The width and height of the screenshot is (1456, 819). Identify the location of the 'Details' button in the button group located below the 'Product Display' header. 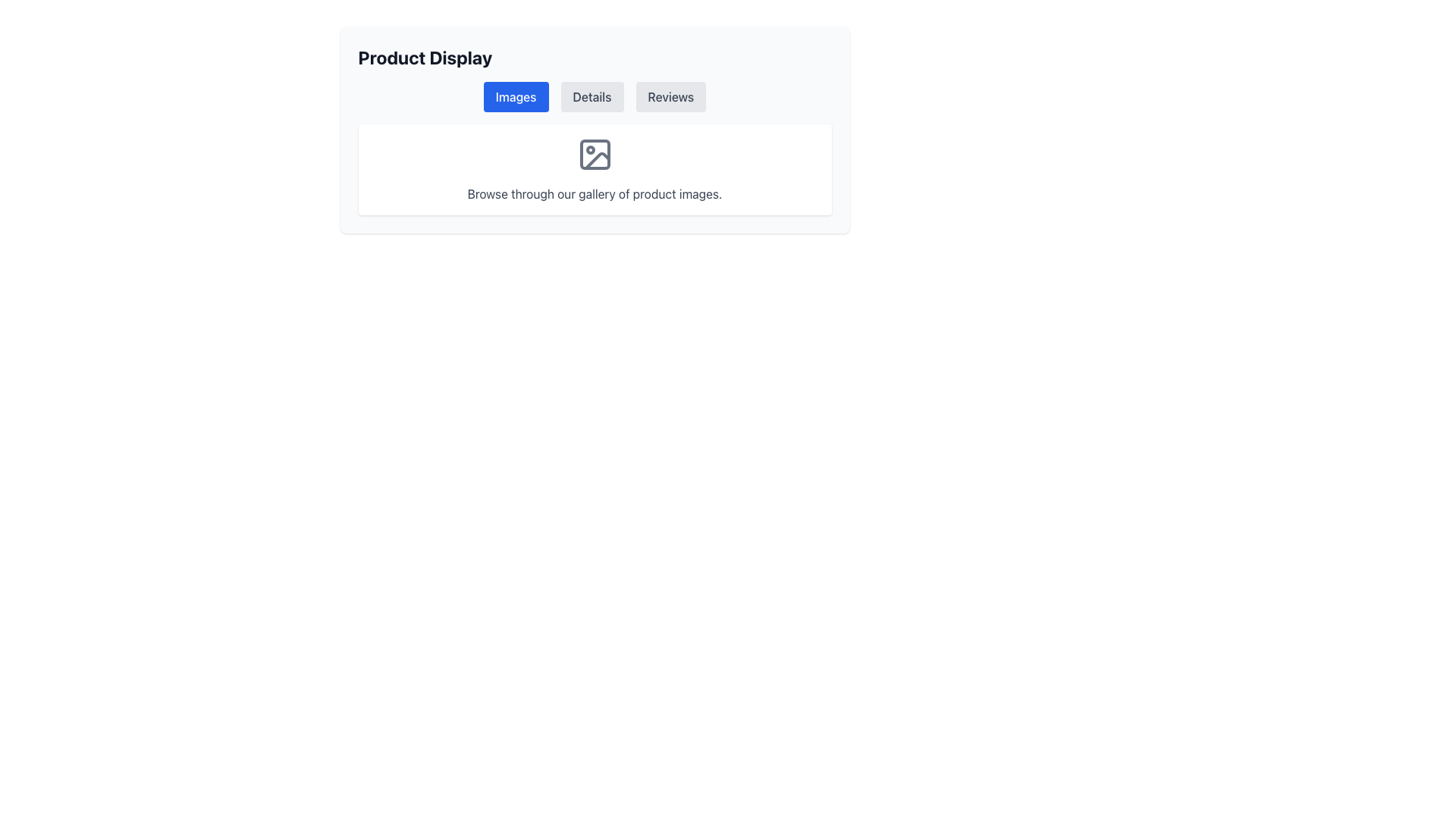
(594, 96).